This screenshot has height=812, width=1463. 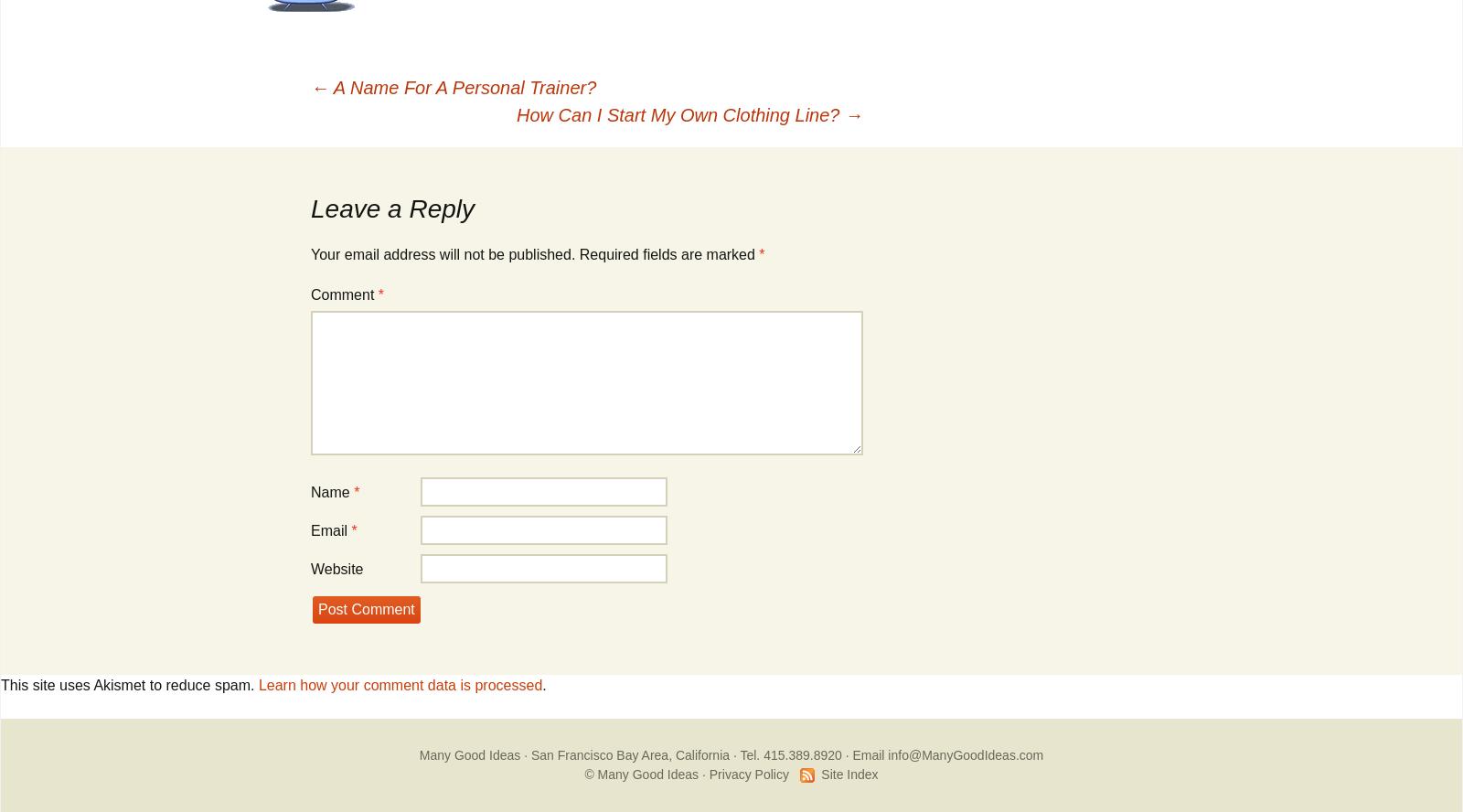 What do you see at coordinates (947, 755) in the screenshot?
I see `'Email info@ManyGoodIdeas.com'` at bounding box center [947, 755].